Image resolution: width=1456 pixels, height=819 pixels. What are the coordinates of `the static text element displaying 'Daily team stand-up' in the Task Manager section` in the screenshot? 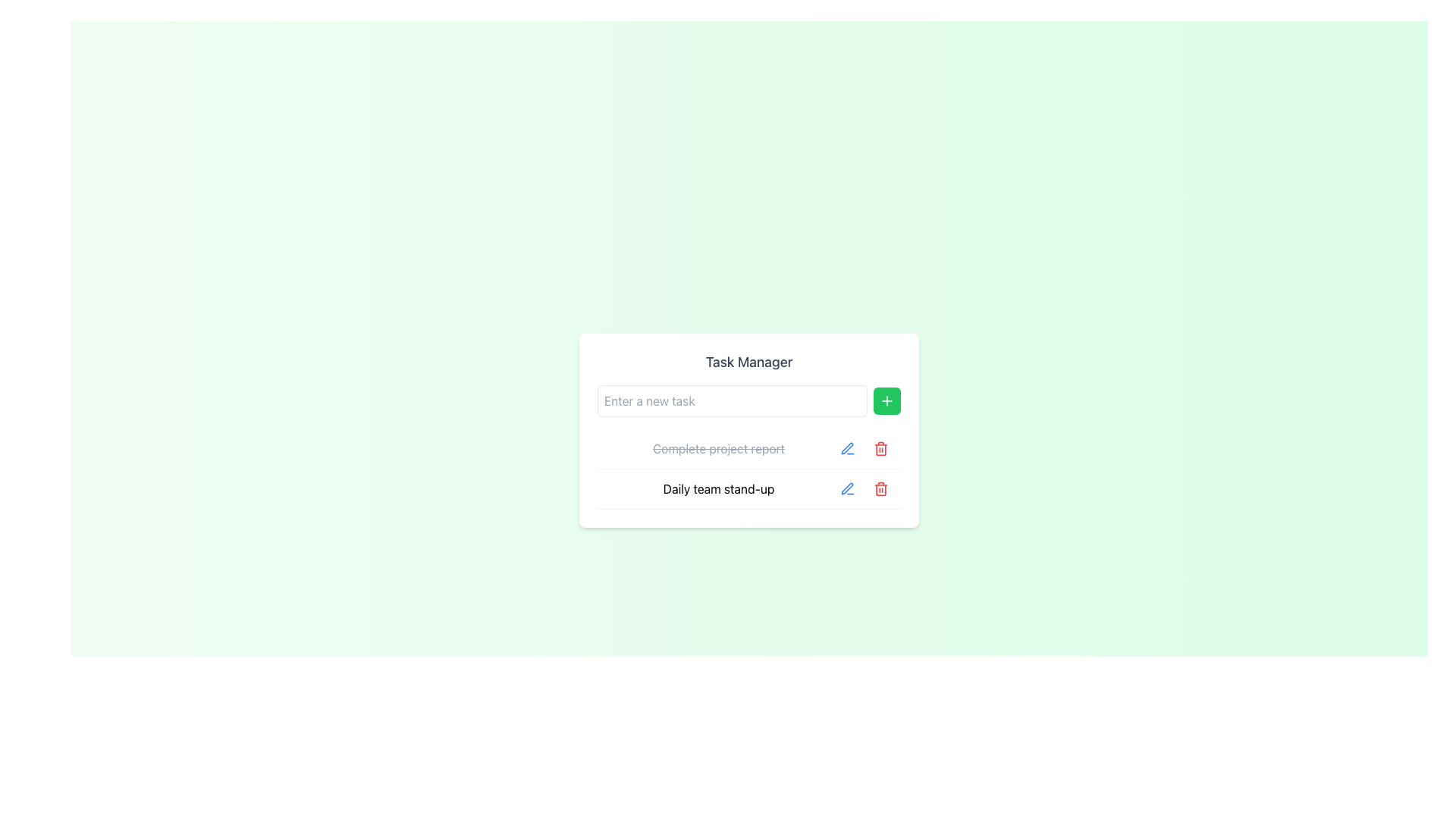 It's located at (718, 488).